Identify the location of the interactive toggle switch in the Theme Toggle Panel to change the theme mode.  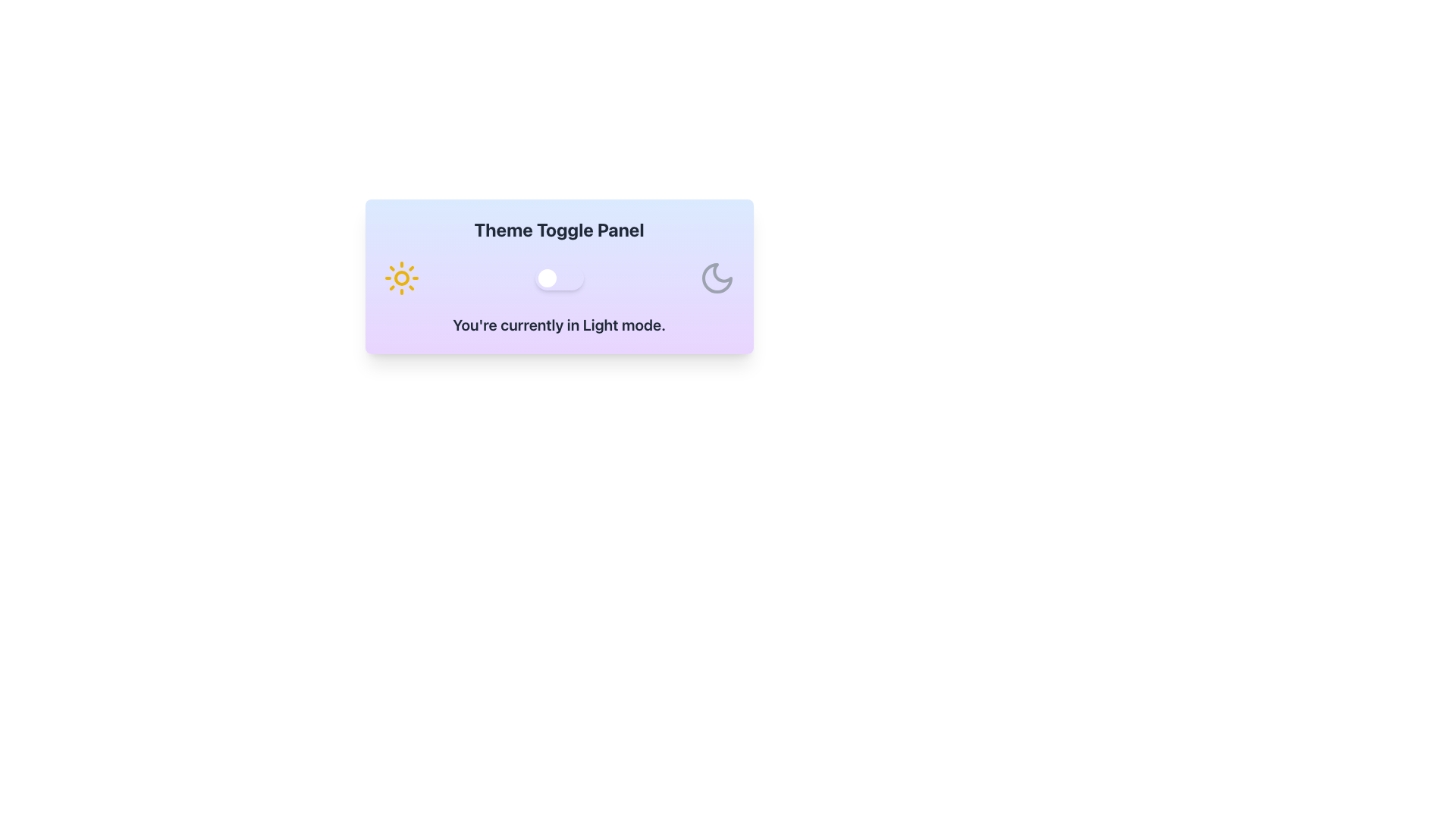
(558, 277).